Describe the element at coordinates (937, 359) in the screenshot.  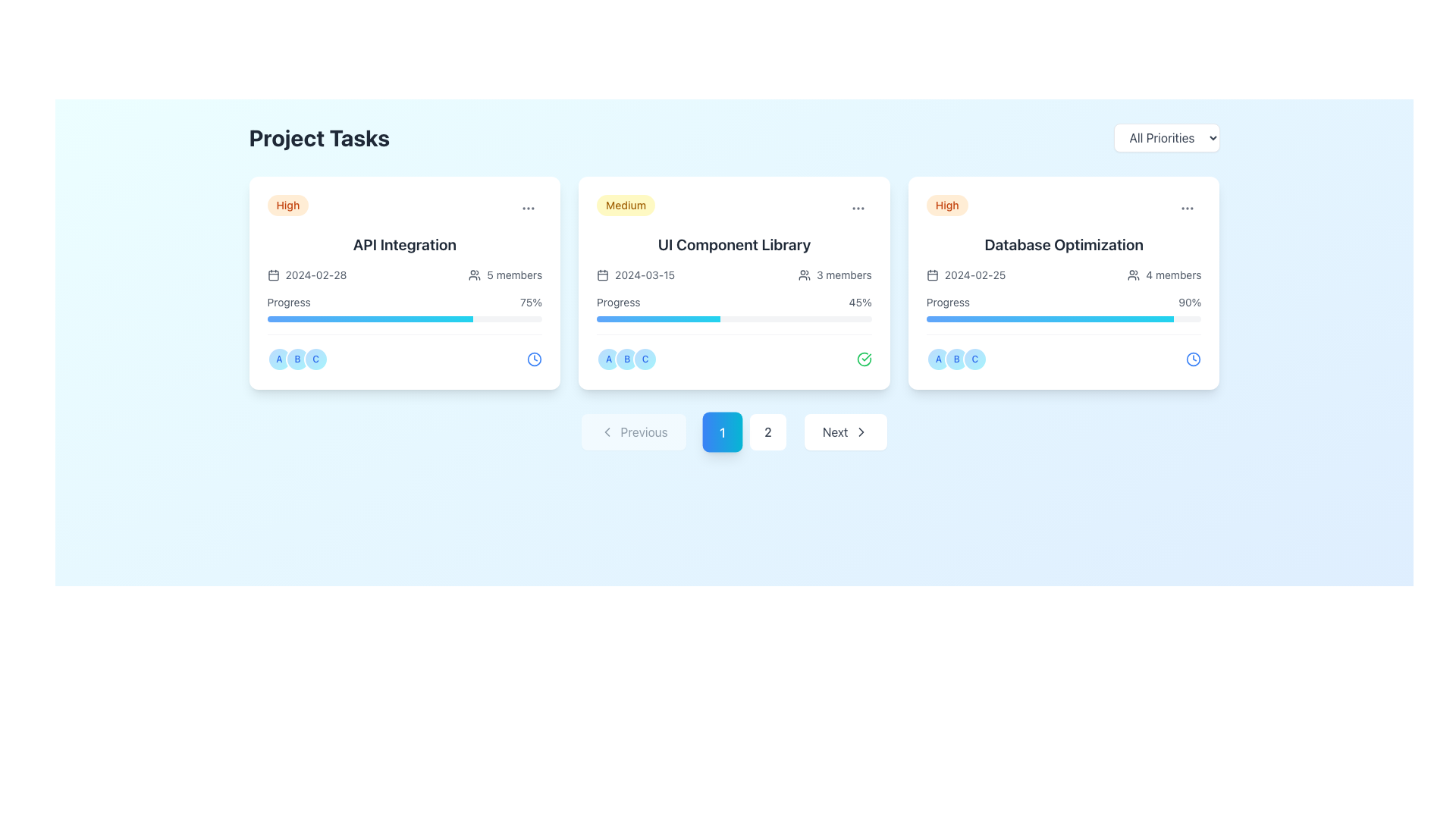
I see `the circular badge labeled 'A' which has a gradient background transitioning from blue to cyan and contains the letter 'A' in blue, for selection or navigation` at that location.